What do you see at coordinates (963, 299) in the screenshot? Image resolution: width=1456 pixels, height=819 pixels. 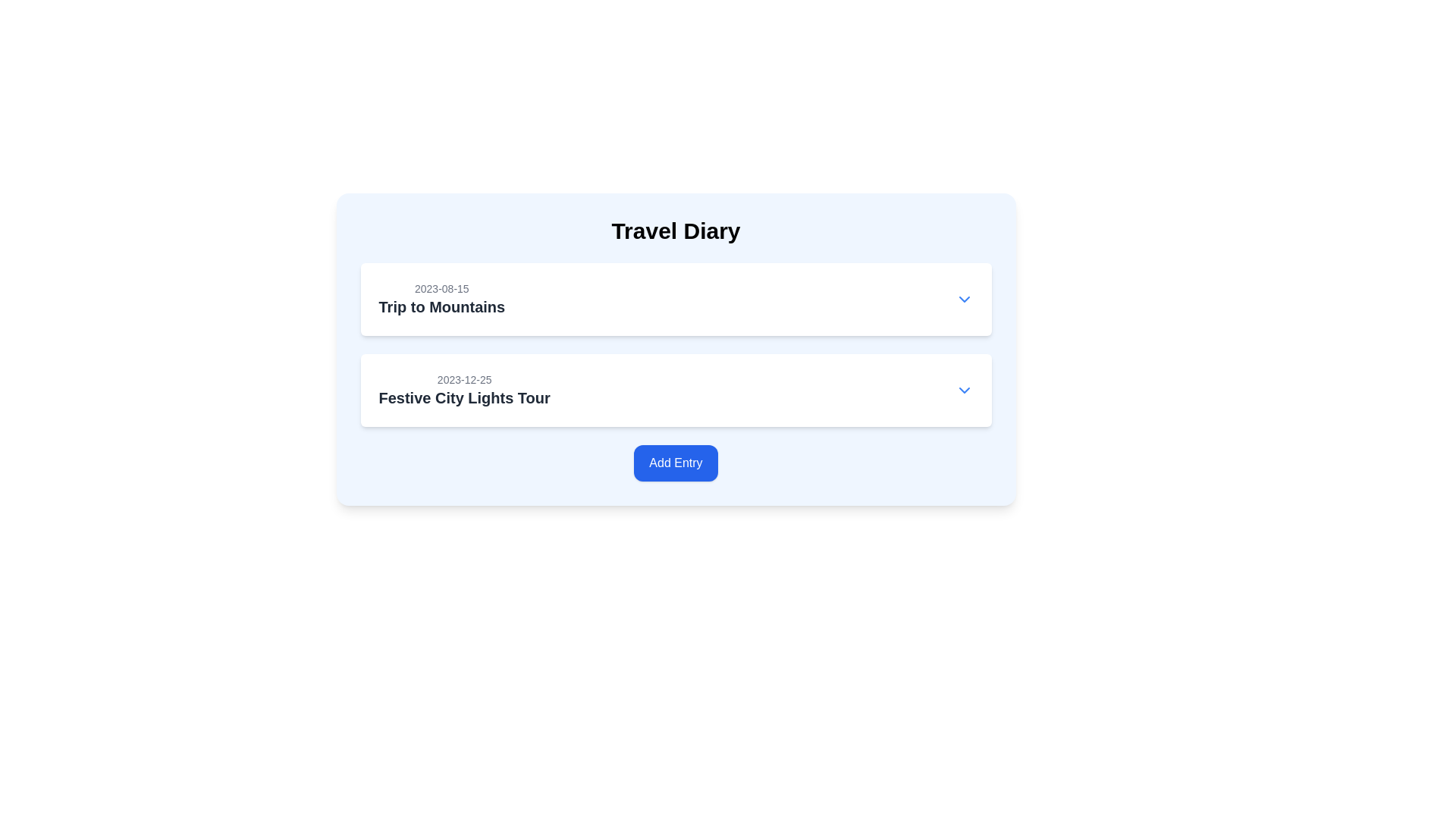 I see `the toggle button located in the top-right corner of the first trip entry titled 'Trip to Mountains' dated '2023-08-15' to observe the color change` at bounding box center [963, 299].